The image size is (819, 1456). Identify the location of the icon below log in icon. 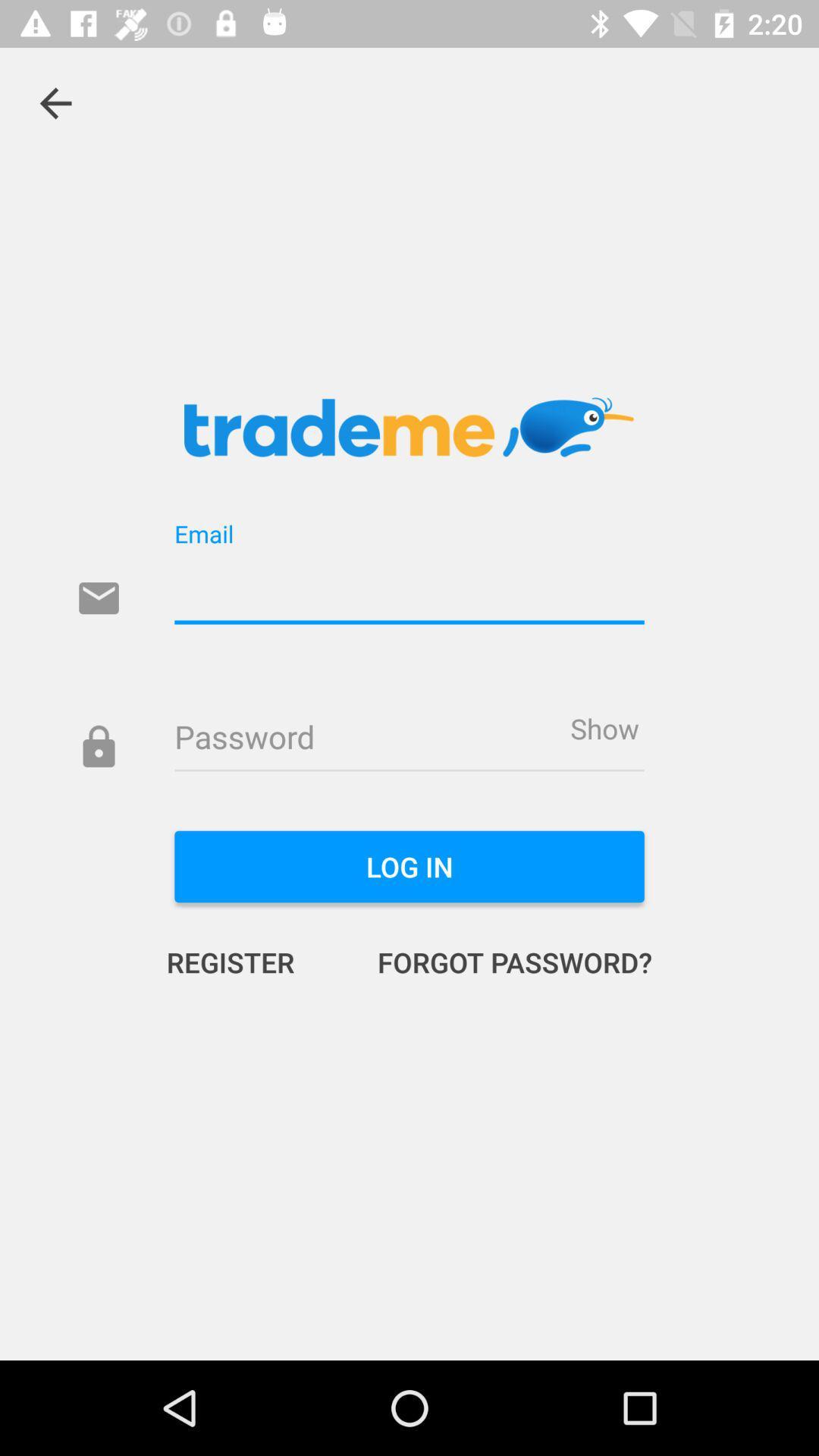
(246, 961).